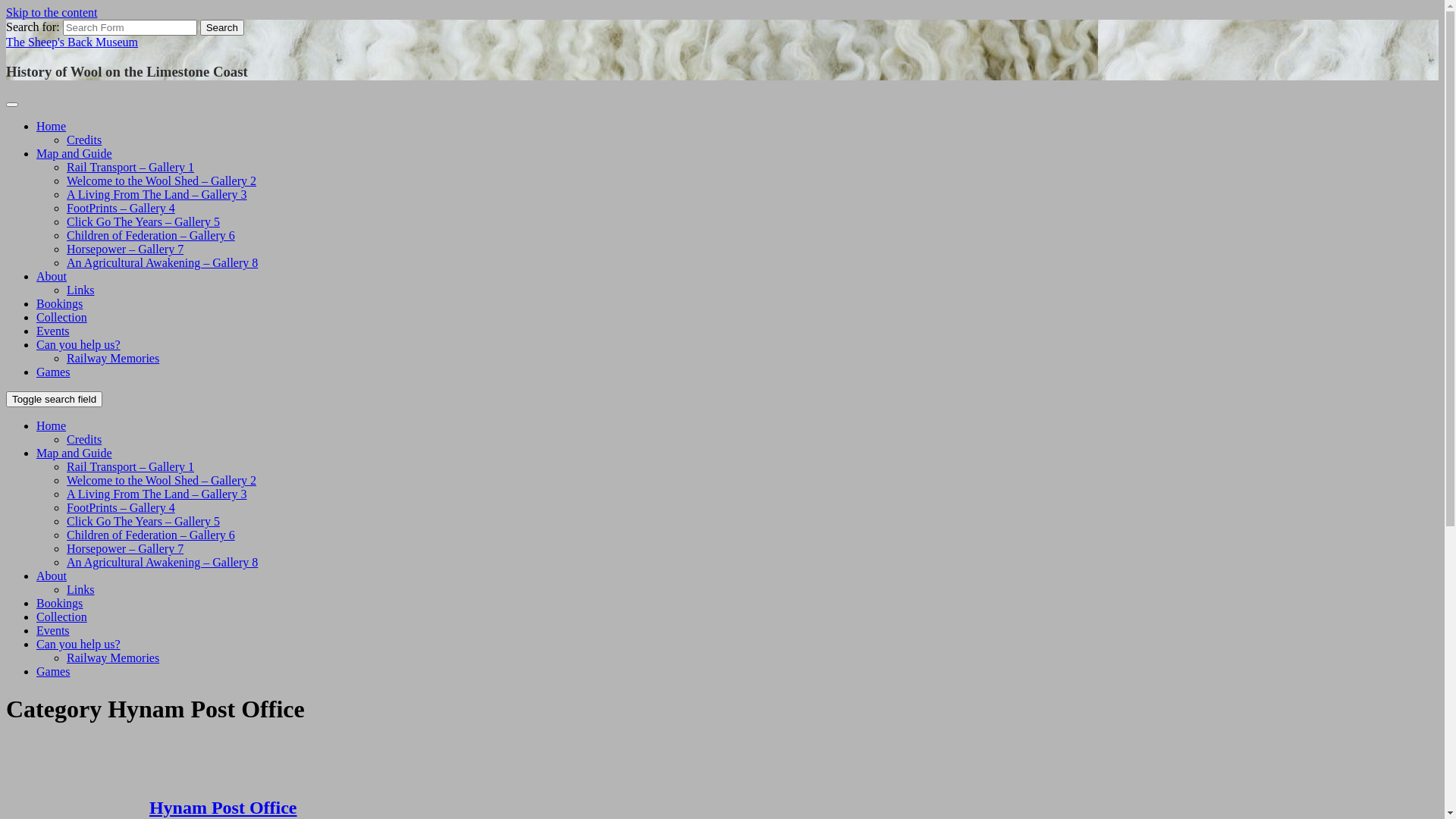  What do you see at coordinates (149, 806) in the screenshot?
I see `'Hynam Post Office'` at bounding box center [149, 806].